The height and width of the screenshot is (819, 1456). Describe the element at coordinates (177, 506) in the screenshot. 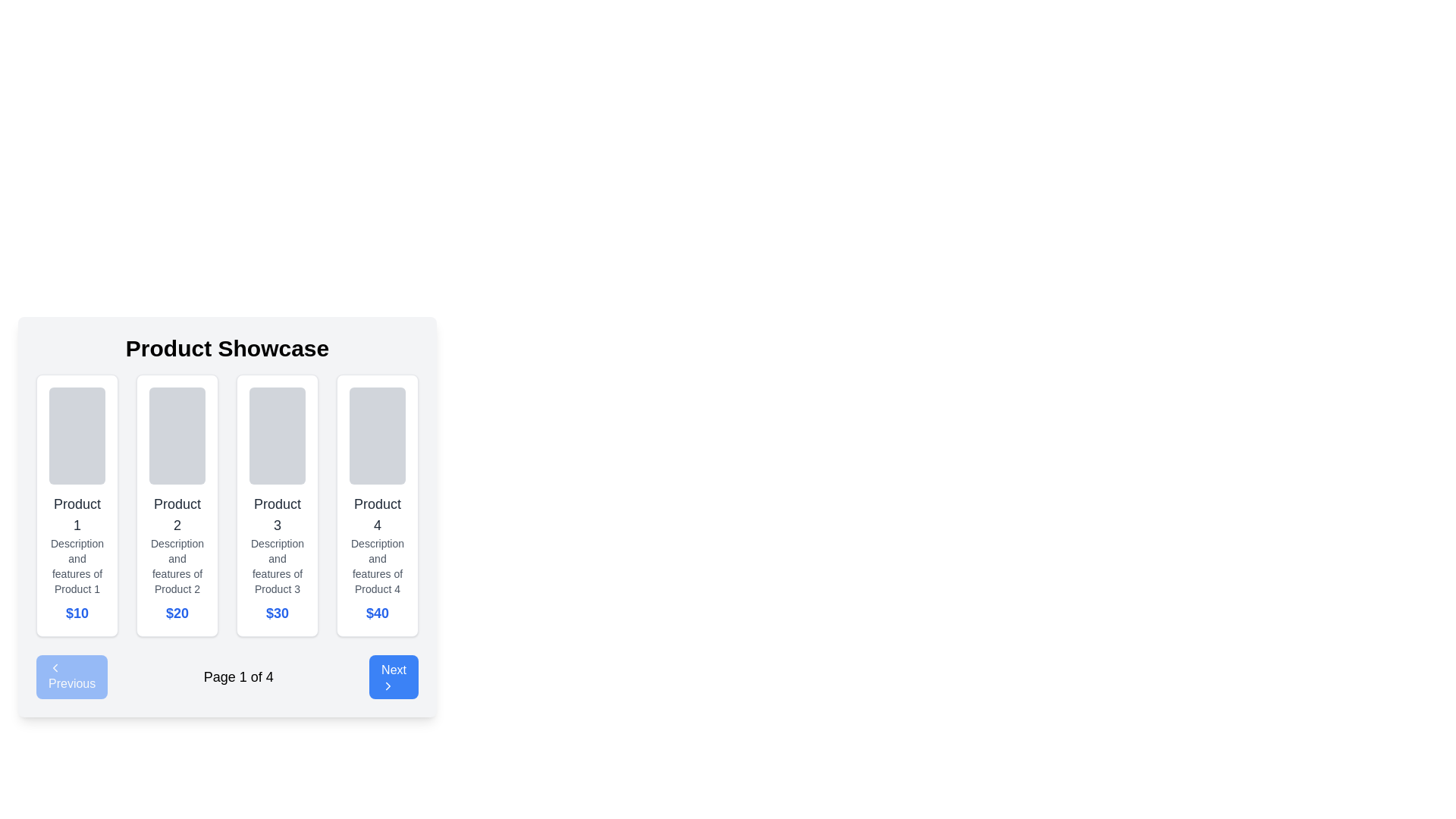

I see `the product card displaying 'Product 2', located in the second column of the grid layout, positioned between 'Product 1' and 'Product 3'` at that location.